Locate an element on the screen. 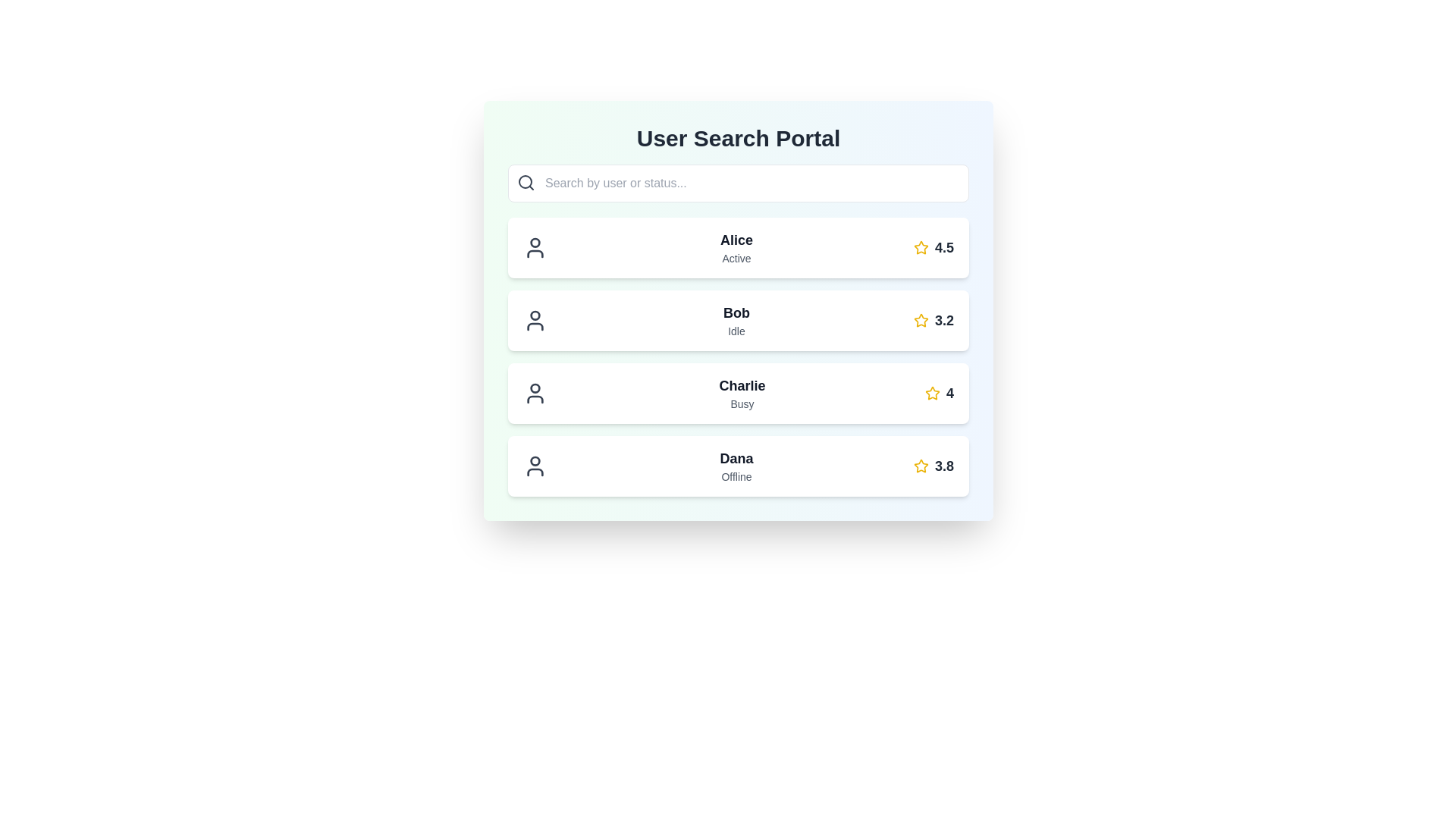 The width and height of the screenshot is (1456, 819). the star icon used for ratings, which is yellow and located to the right of the text 'Alice' and adjacent to the numerical value '4.5' is located at coordinates (920, 247).